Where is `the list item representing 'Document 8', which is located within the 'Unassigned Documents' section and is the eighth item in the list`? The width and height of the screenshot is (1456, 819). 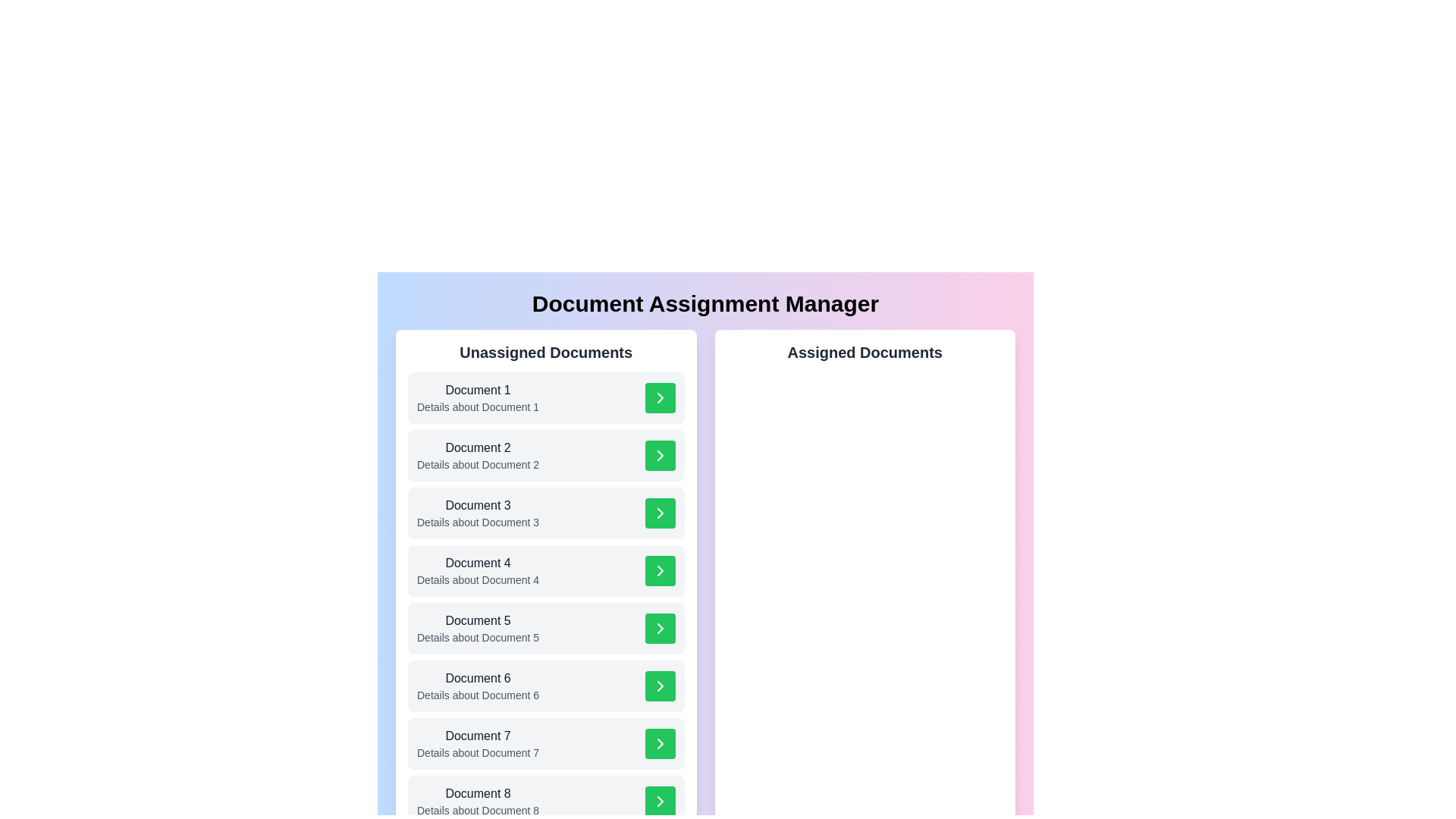
the list item representing 'Document 8', which is located within the 'Unassigned Documents' section and is the eighth item in the list is located at coordinates (477, 800).